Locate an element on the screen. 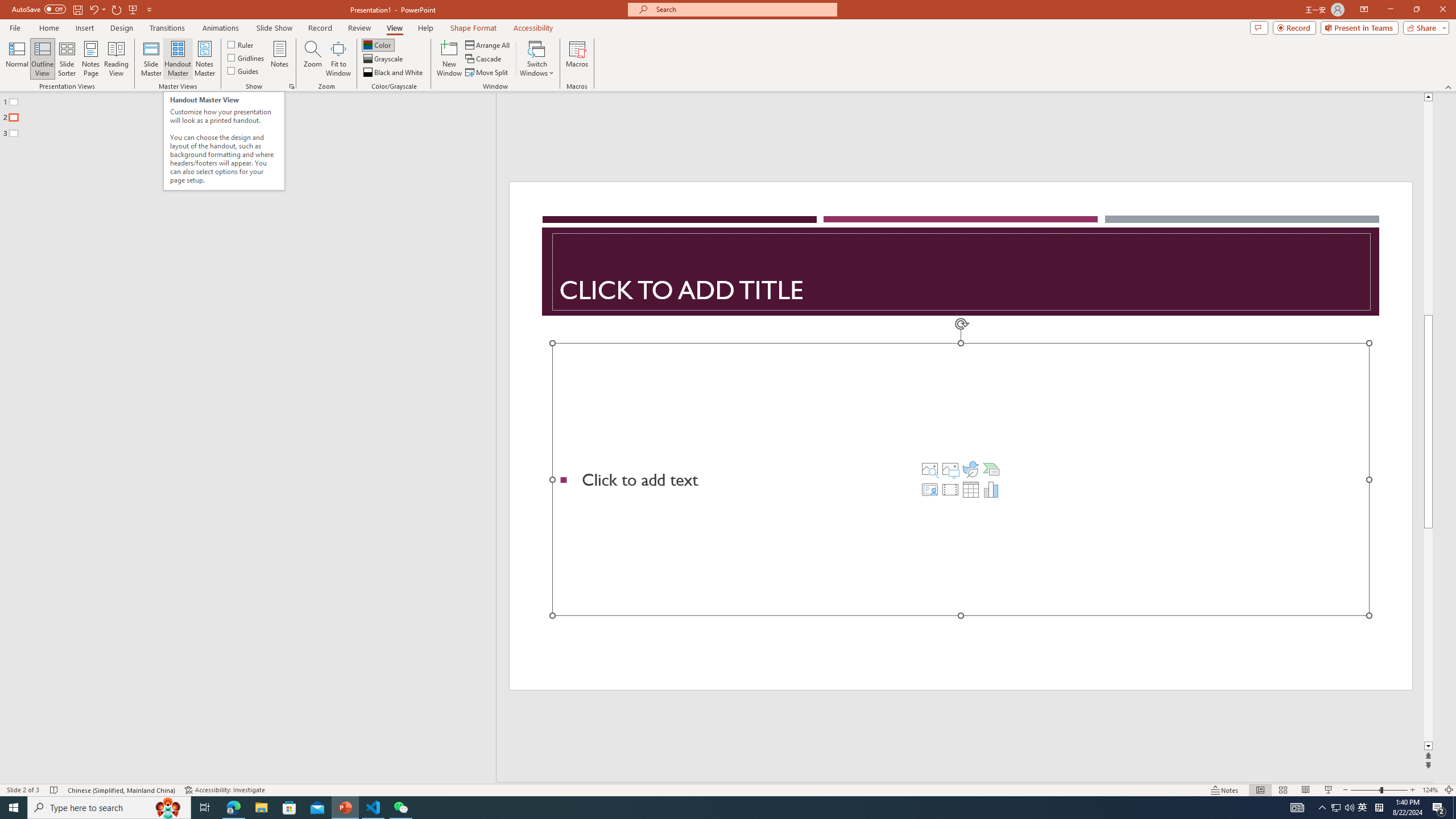  'Slide Master' is located at coordinates (151, 59).